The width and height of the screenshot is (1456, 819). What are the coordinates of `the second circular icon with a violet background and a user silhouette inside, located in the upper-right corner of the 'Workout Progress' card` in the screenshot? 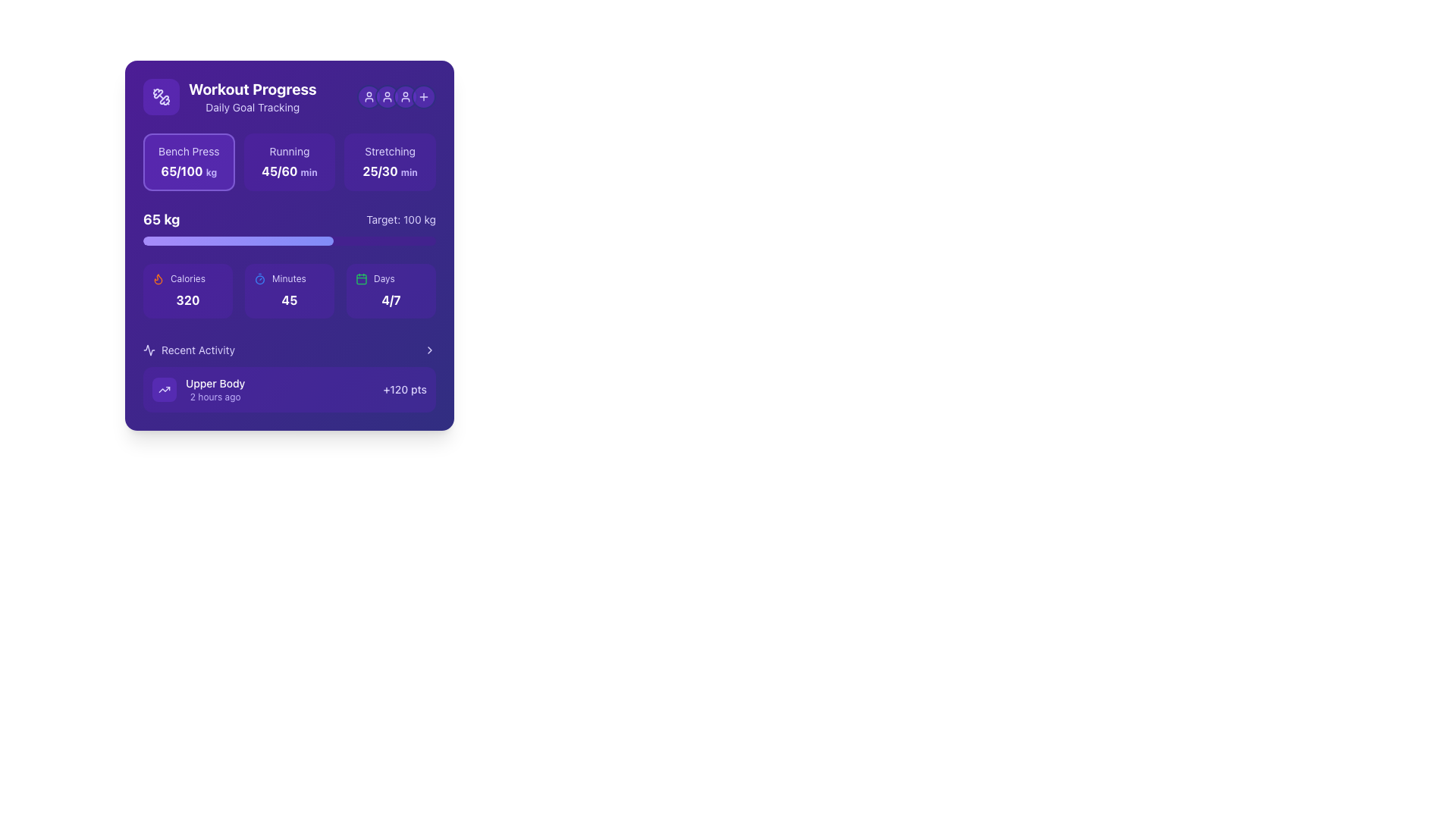 It's located at (387, 96).